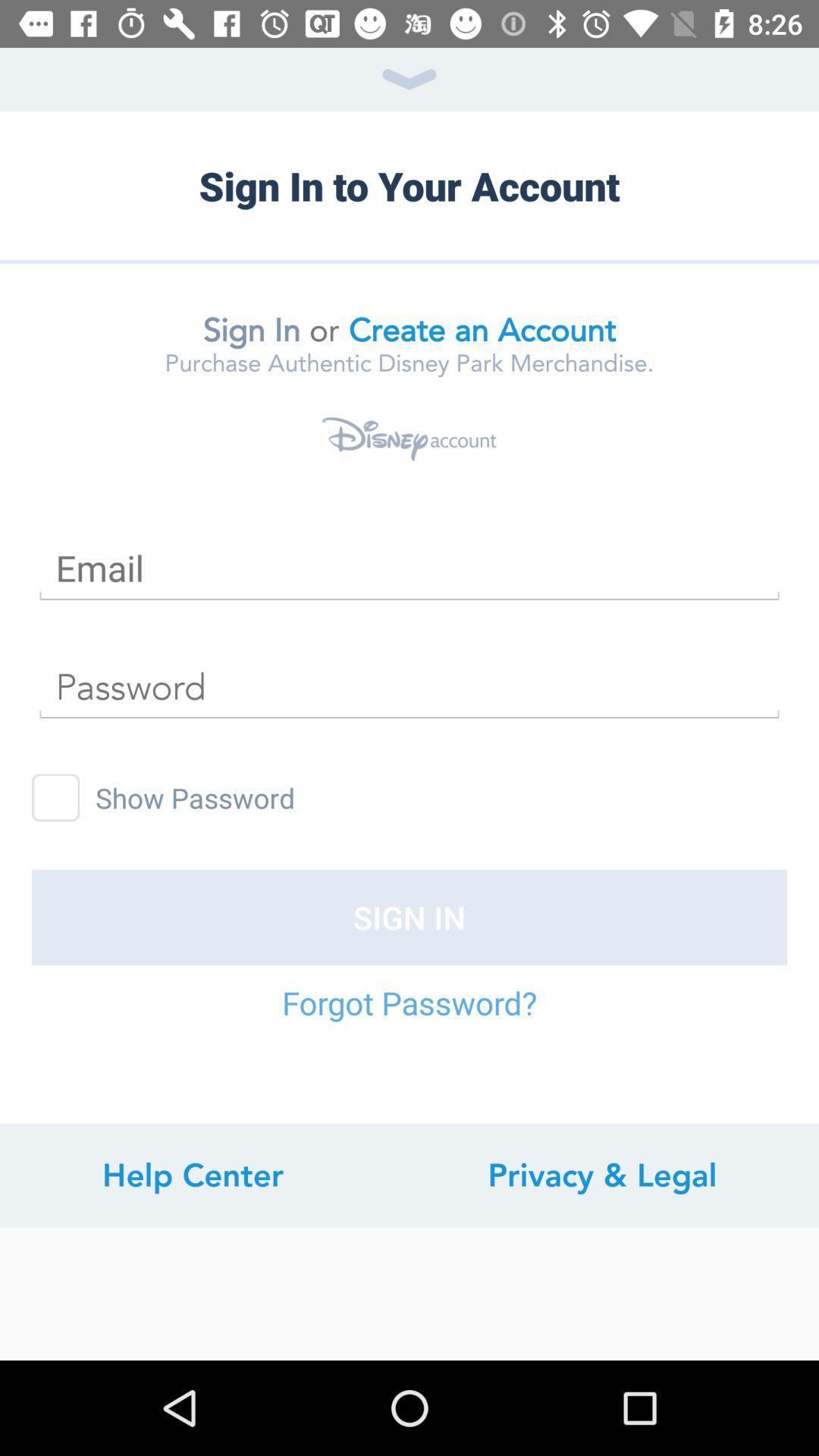 The height and width of the screenshot is (1456, 819). Describe the element at coordinates (55, 797) in the screenshot. I see `the item above sign in icon` at that location.